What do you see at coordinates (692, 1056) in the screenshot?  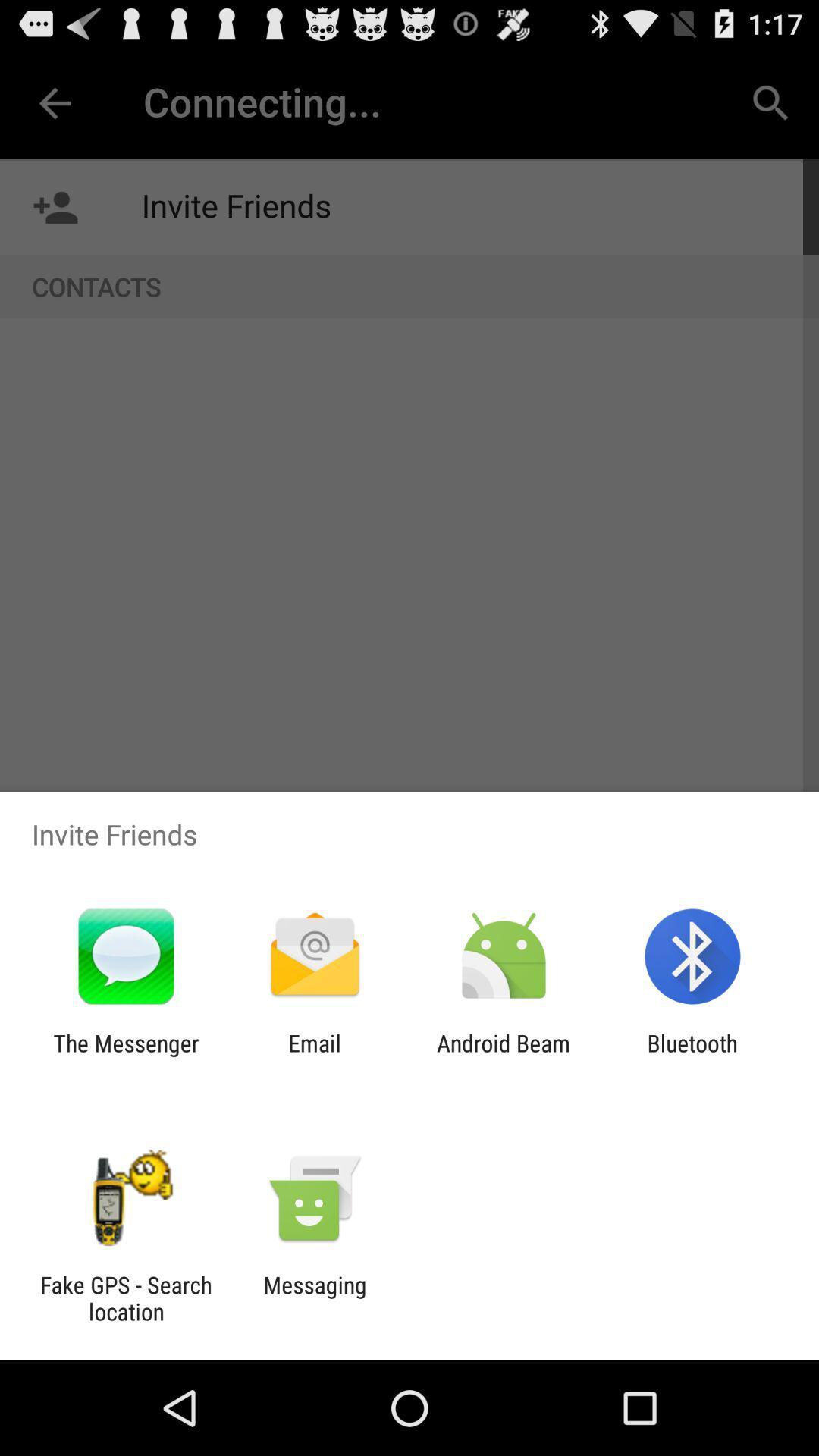 I see `the item to the right of android beam item` at bounding box center [692, 1056].